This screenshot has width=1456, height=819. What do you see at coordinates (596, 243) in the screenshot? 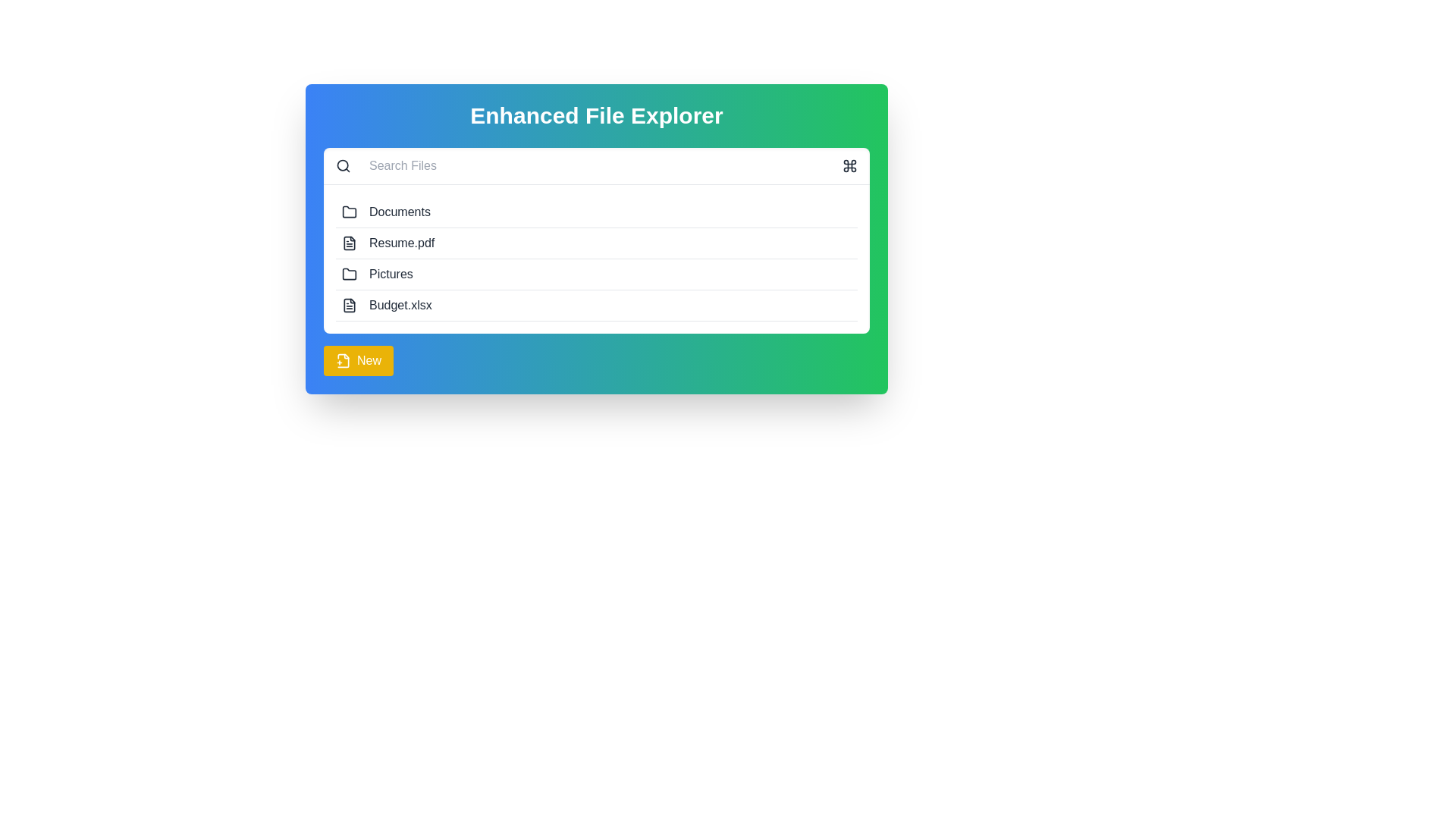
I see `the list item representing the file named 'Resume.pdf'` at bounding box center [596, 243].